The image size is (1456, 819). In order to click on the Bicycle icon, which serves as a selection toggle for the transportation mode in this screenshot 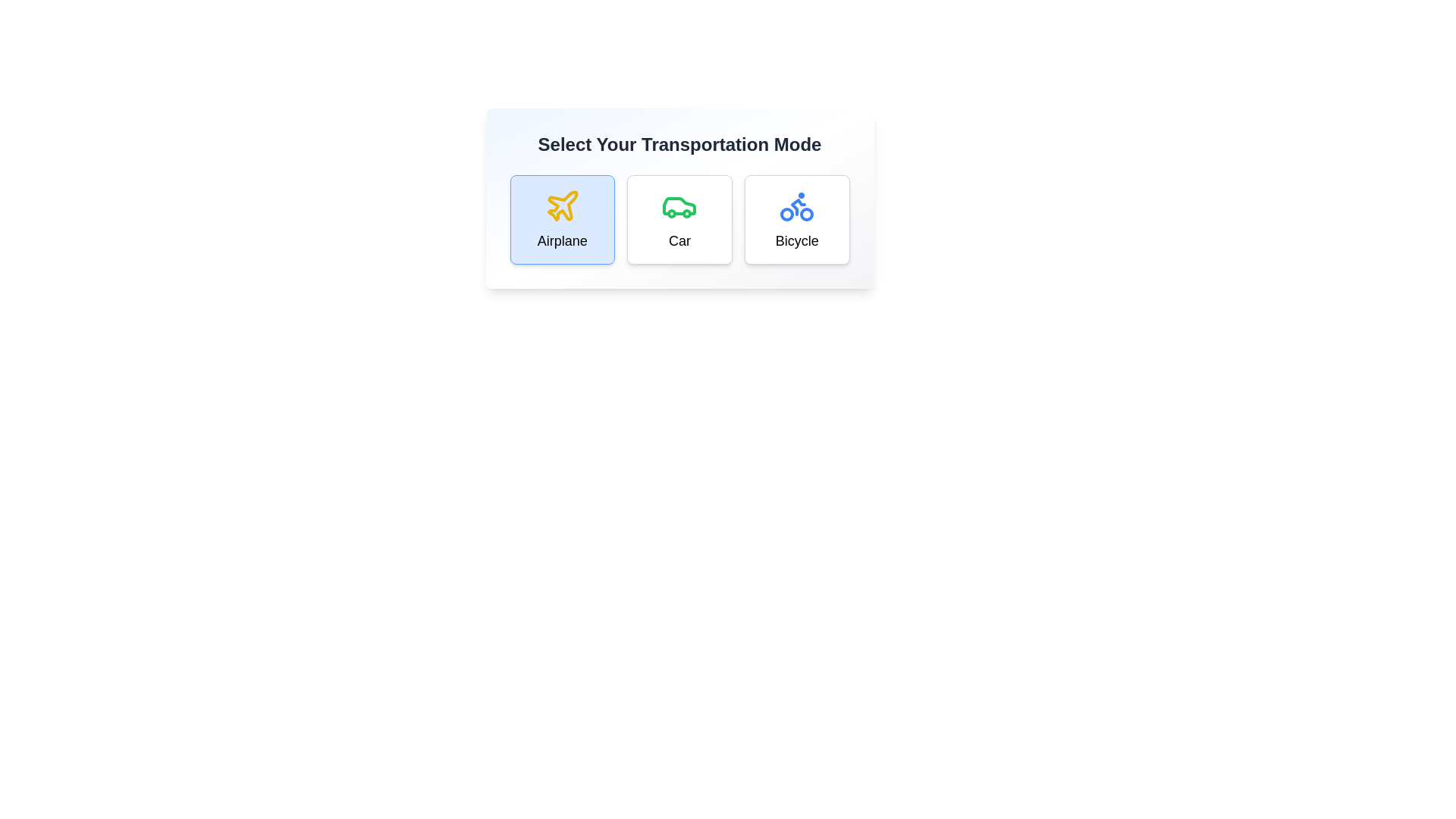, I will do `click(796, 206)`.